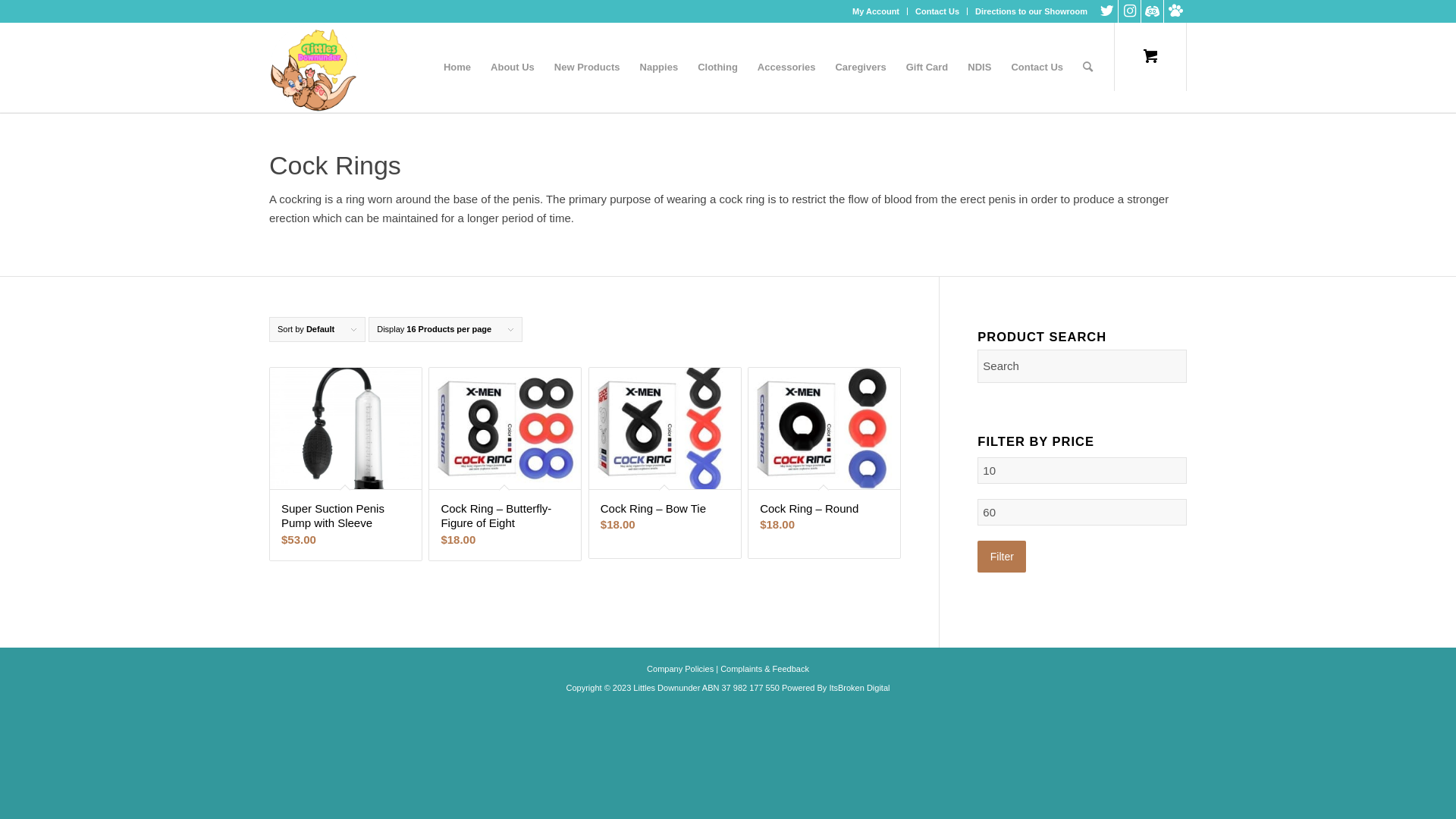 Image resolution: width=1456 pixels, height=819 pixels. Describe the element at coordinates (1001, 556) in the screenshot. I see `'Filter'` at that location.